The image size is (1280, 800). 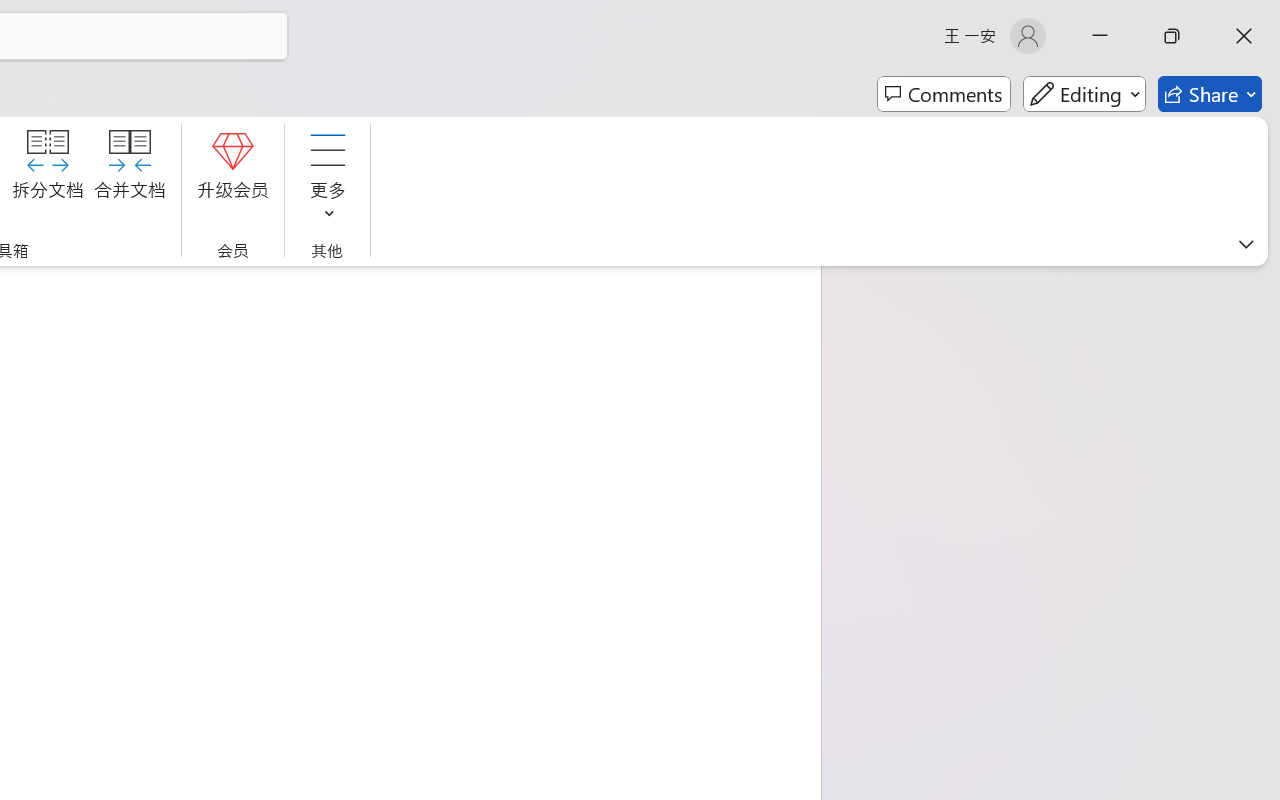 What do you see at coordinates (1209, 94) in the screenshot?
I see `'Share'` at bounding box center [1209, 94].